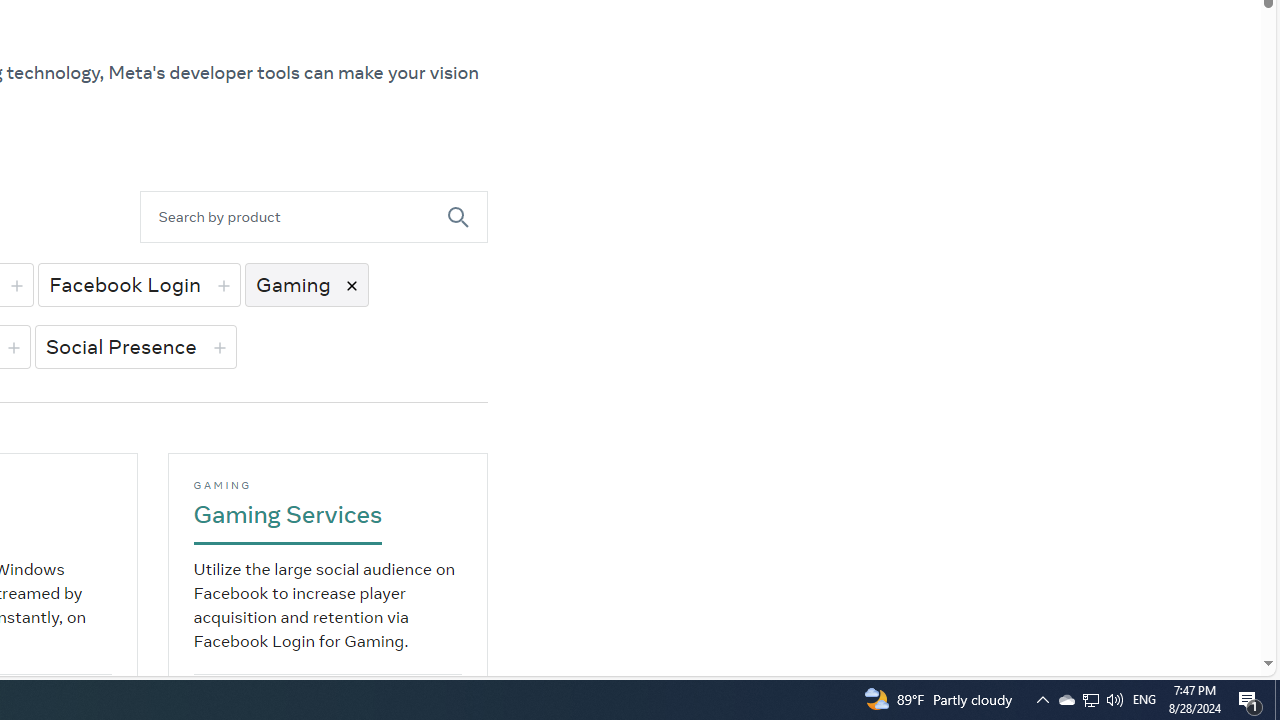 Image resolution: width=1280 pixels, height=720 pixels. I want to click on 'Search by product', so click(292, 217).